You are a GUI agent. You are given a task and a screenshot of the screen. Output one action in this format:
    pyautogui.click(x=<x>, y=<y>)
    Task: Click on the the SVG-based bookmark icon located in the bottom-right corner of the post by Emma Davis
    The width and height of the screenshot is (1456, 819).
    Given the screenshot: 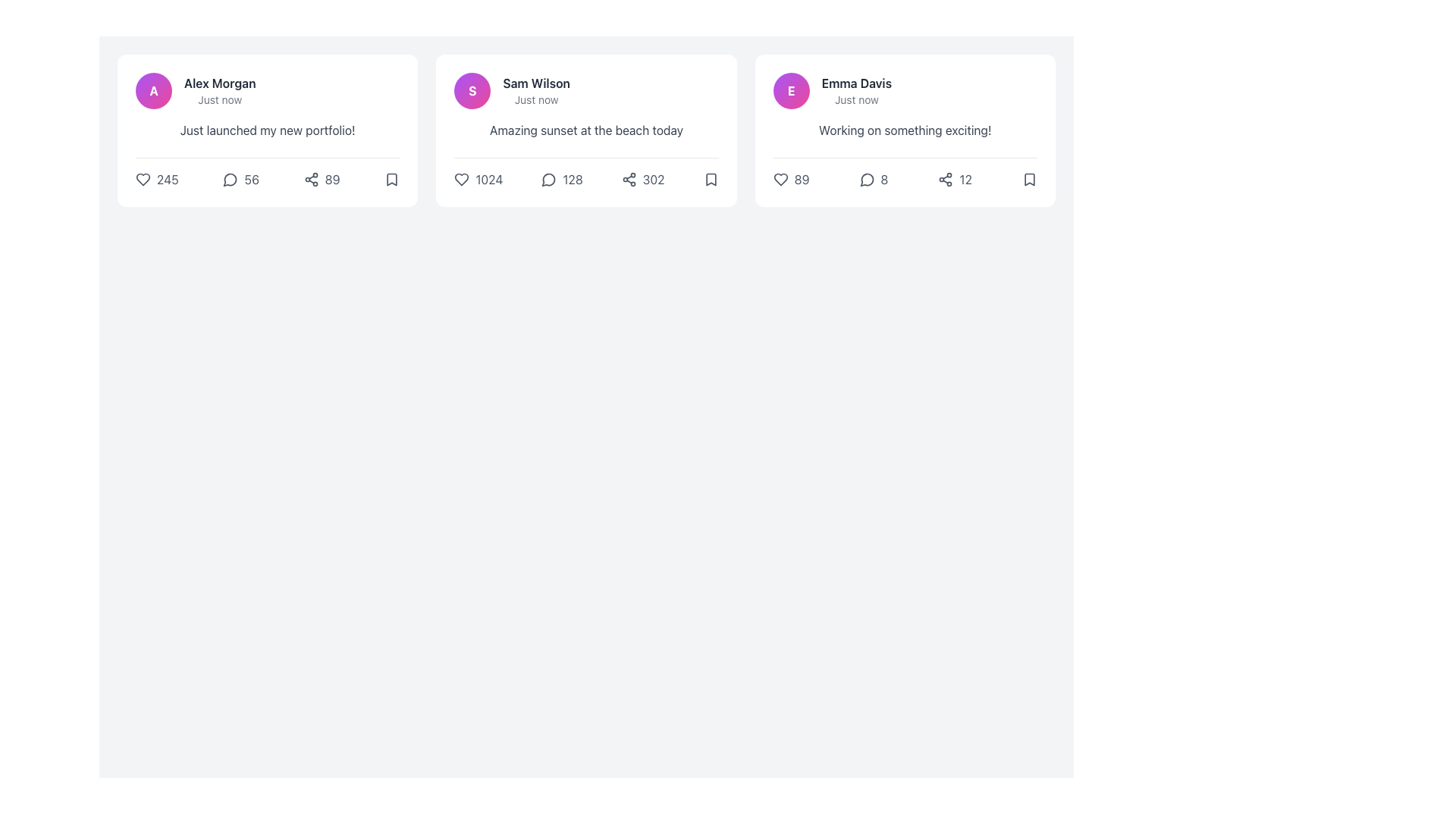 What is the action you would take?
    pyautogui.click(x=1030, y=178)
    